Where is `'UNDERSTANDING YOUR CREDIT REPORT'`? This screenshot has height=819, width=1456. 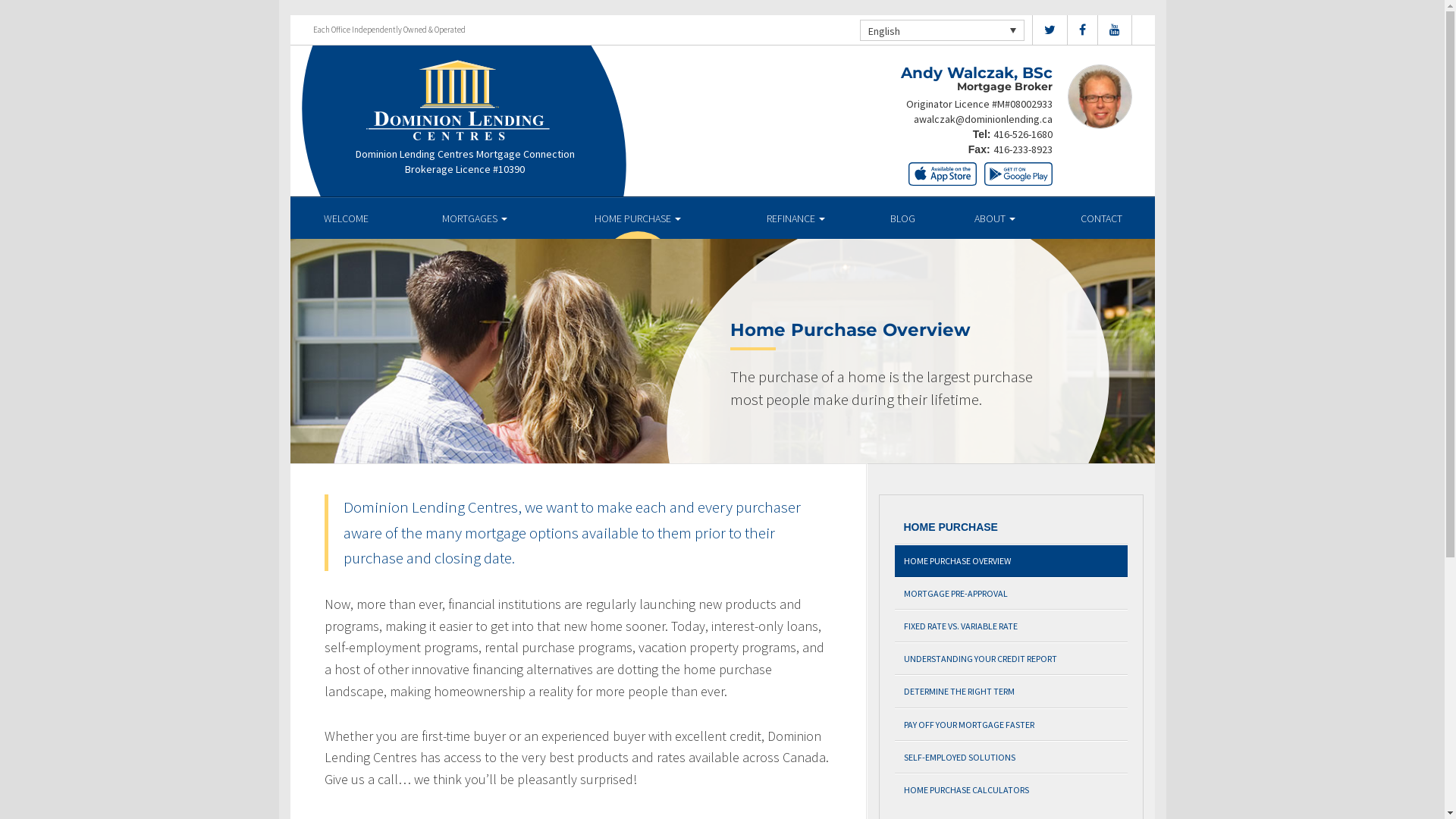 'UNDERSTANDING YOUR CREDIT REPORT' is located at coordinates (1011, 657).